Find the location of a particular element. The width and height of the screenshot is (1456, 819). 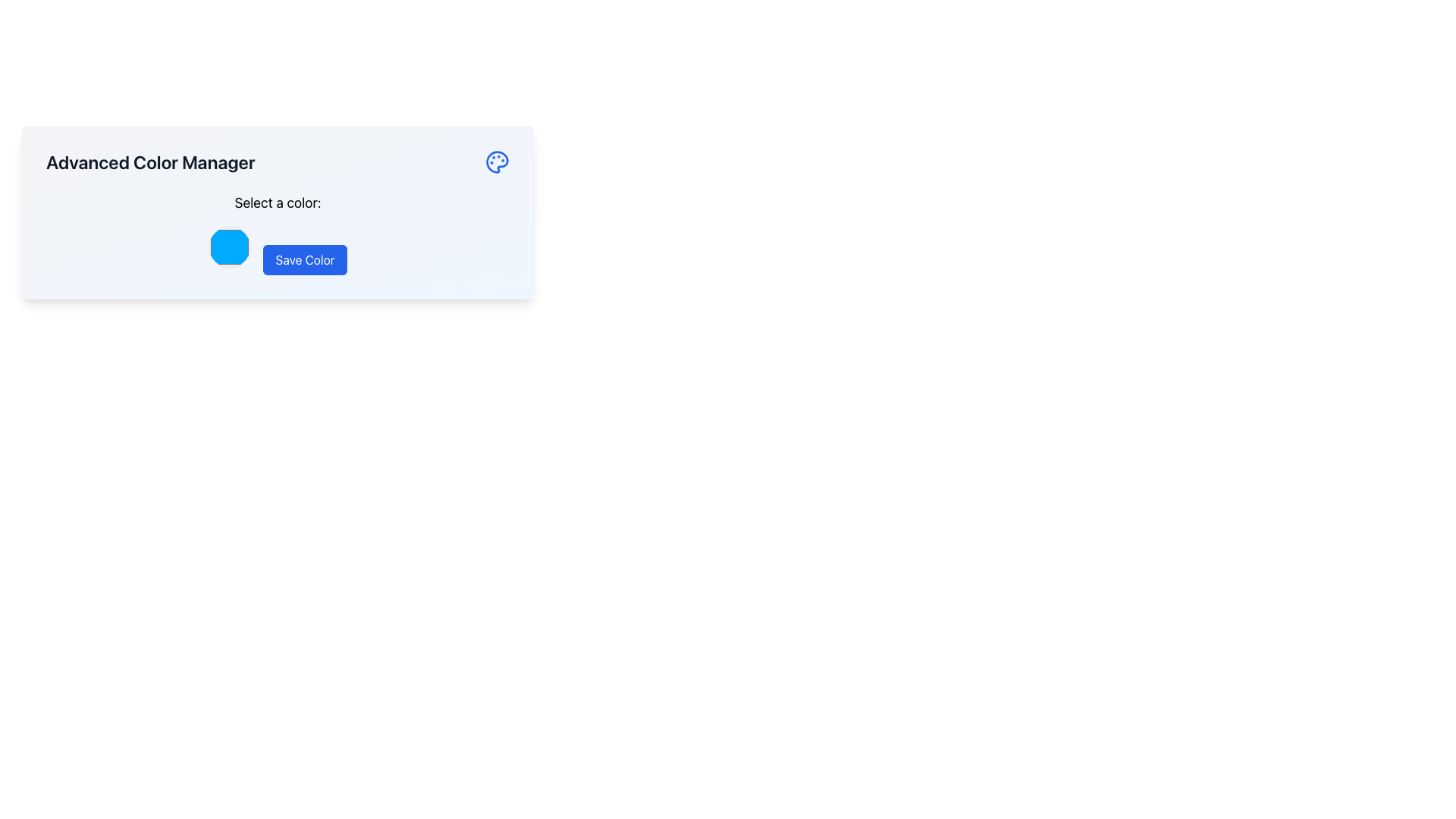

the painter's palette icon located at the far right side of the header, which is circular in shape and contains several small dots representing paint colors is located at coordinates (497, 162).